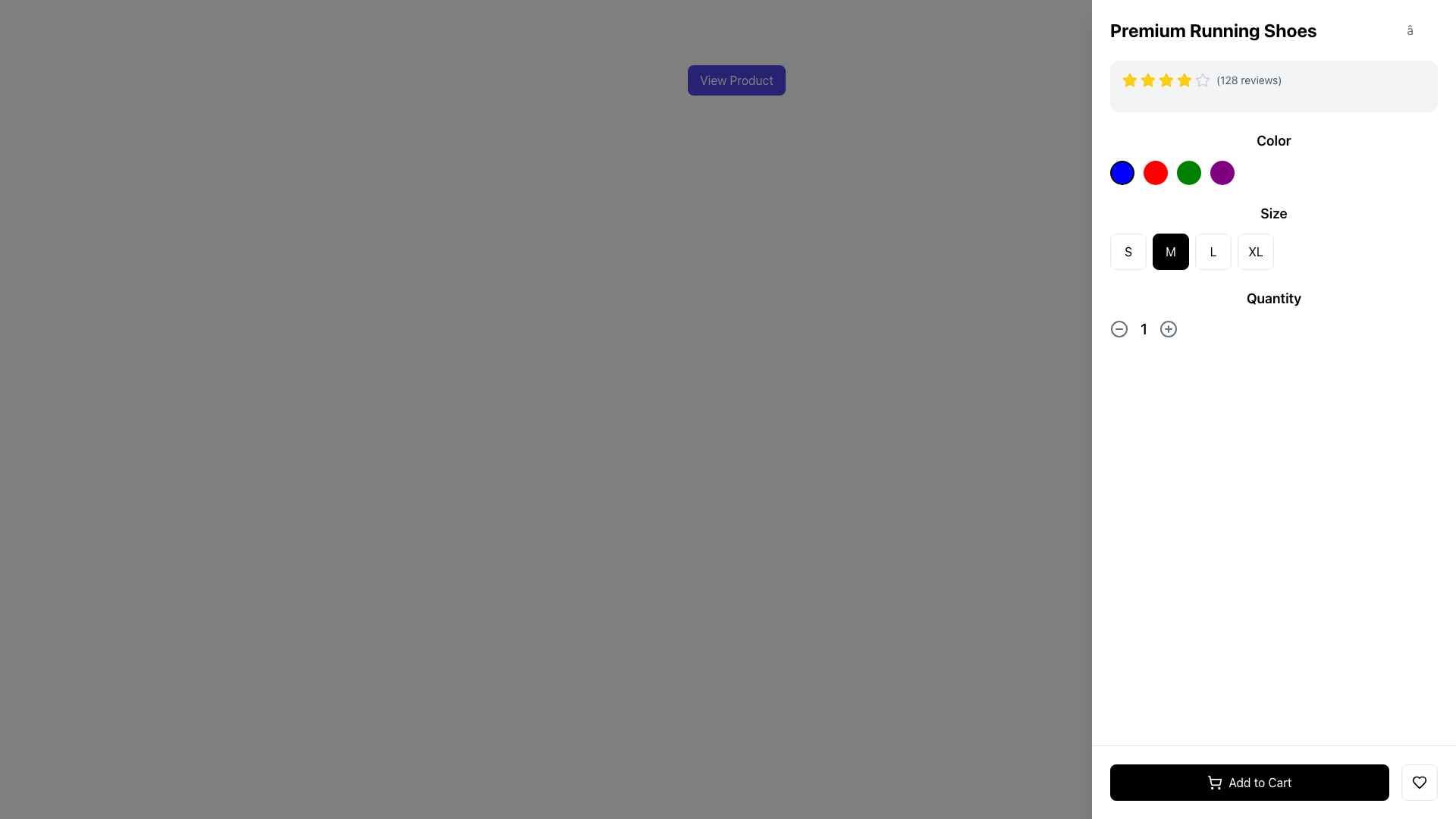 The height and width of the screenshot is (819, 1456). What do you see at coordinates (1274, 80) in the screenshot?
I see `the text '(128 reviews)' in the rating display below the heading 'Premium Running Shoes' to possibly see additional info` at bounding box center [1274, 80].